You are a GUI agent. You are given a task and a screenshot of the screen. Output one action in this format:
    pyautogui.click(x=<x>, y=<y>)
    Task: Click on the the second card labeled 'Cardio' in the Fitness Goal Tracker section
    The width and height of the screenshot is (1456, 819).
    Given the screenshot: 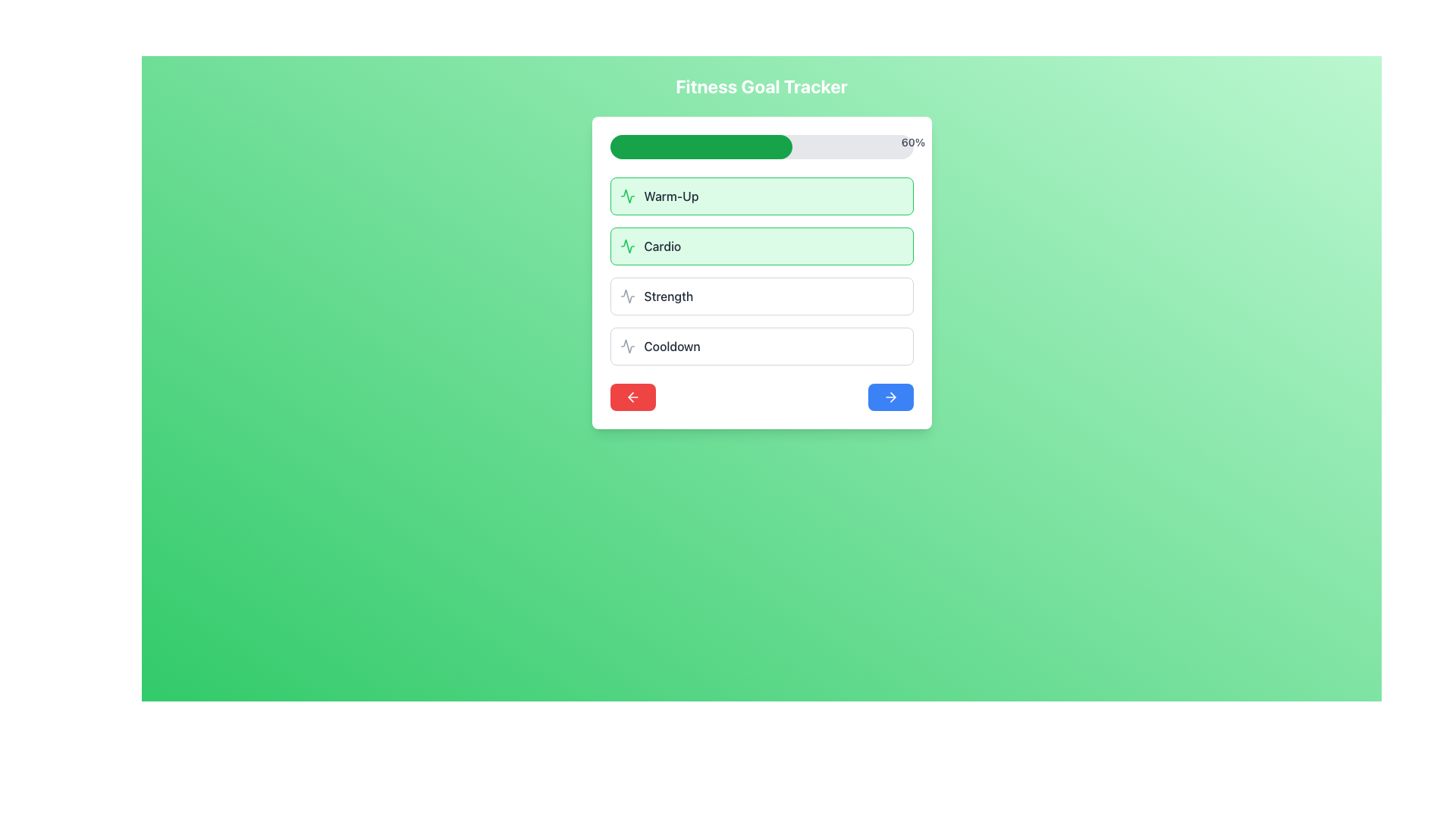 What is the action you would take?
    pyautogui.click(x=761, y=245)
    